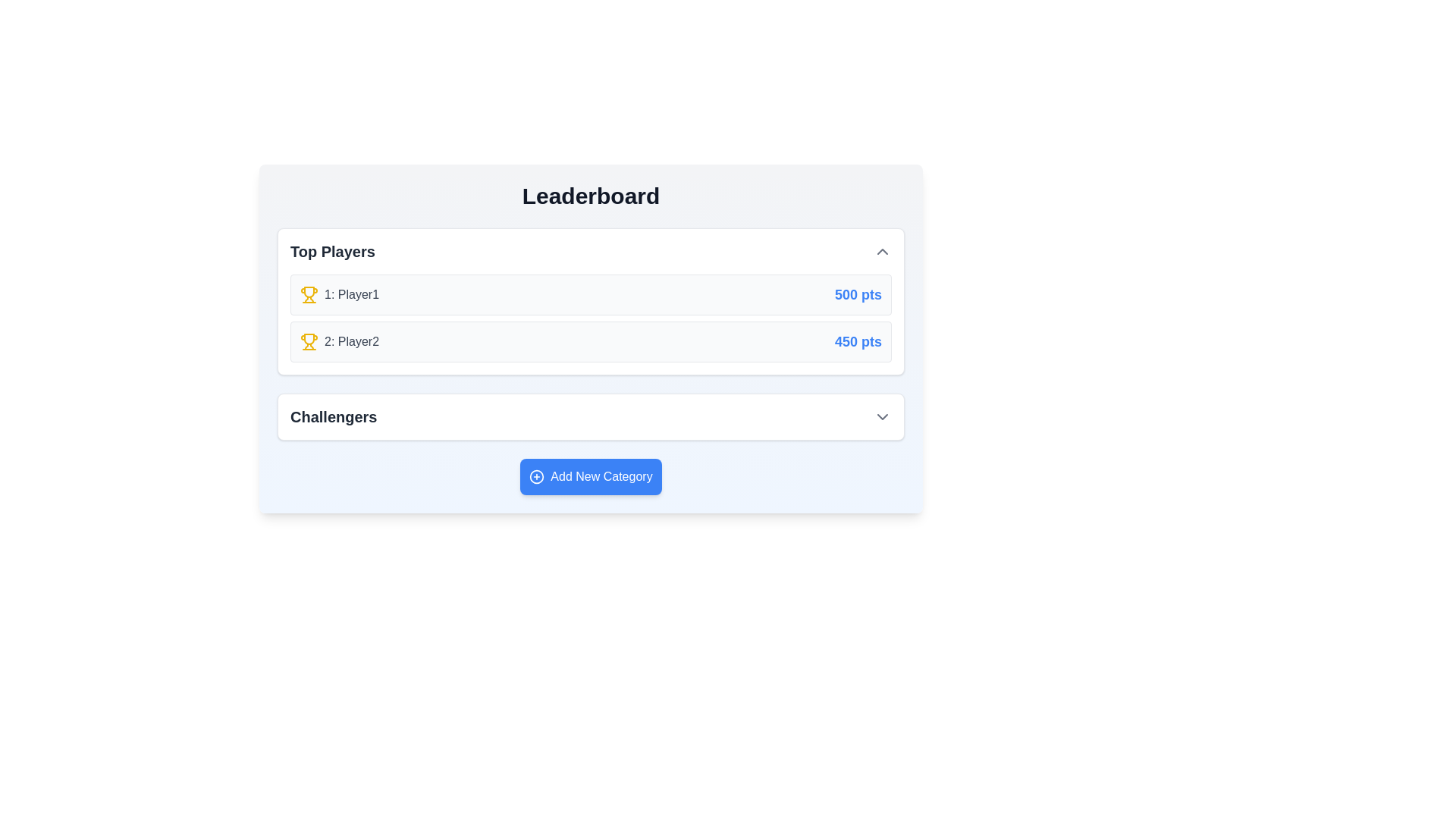 The width and height of the screenshot is (1456, 819). I want to click on the trophy icon, which is styled in a yellow hue and located to the left of the text '2: Player2' in the 'Top Players' section, so click(309, 342).